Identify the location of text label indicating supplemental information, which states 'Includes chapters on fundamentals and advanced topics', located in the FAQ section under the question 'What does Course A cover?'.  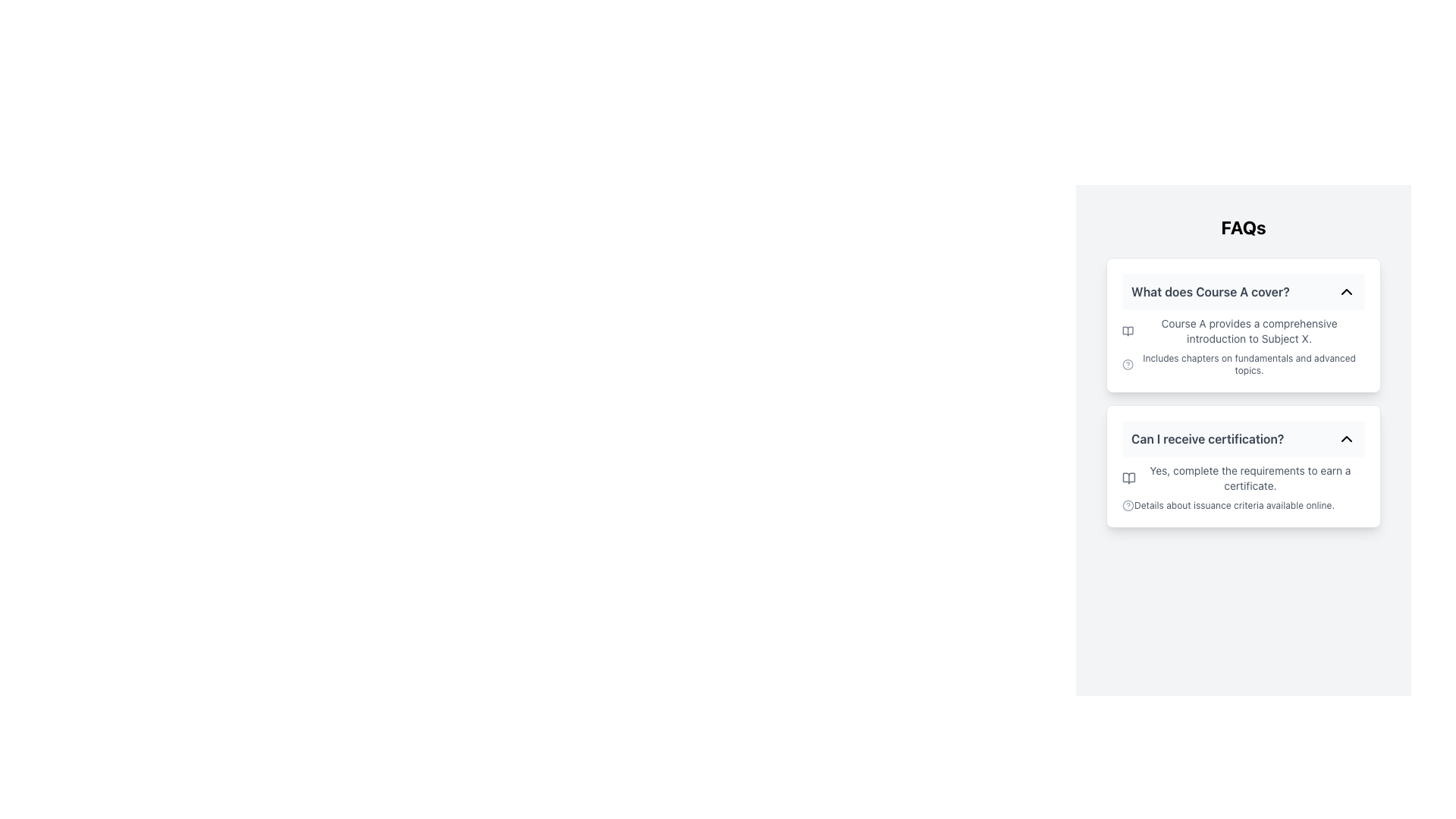
(1244, 365).